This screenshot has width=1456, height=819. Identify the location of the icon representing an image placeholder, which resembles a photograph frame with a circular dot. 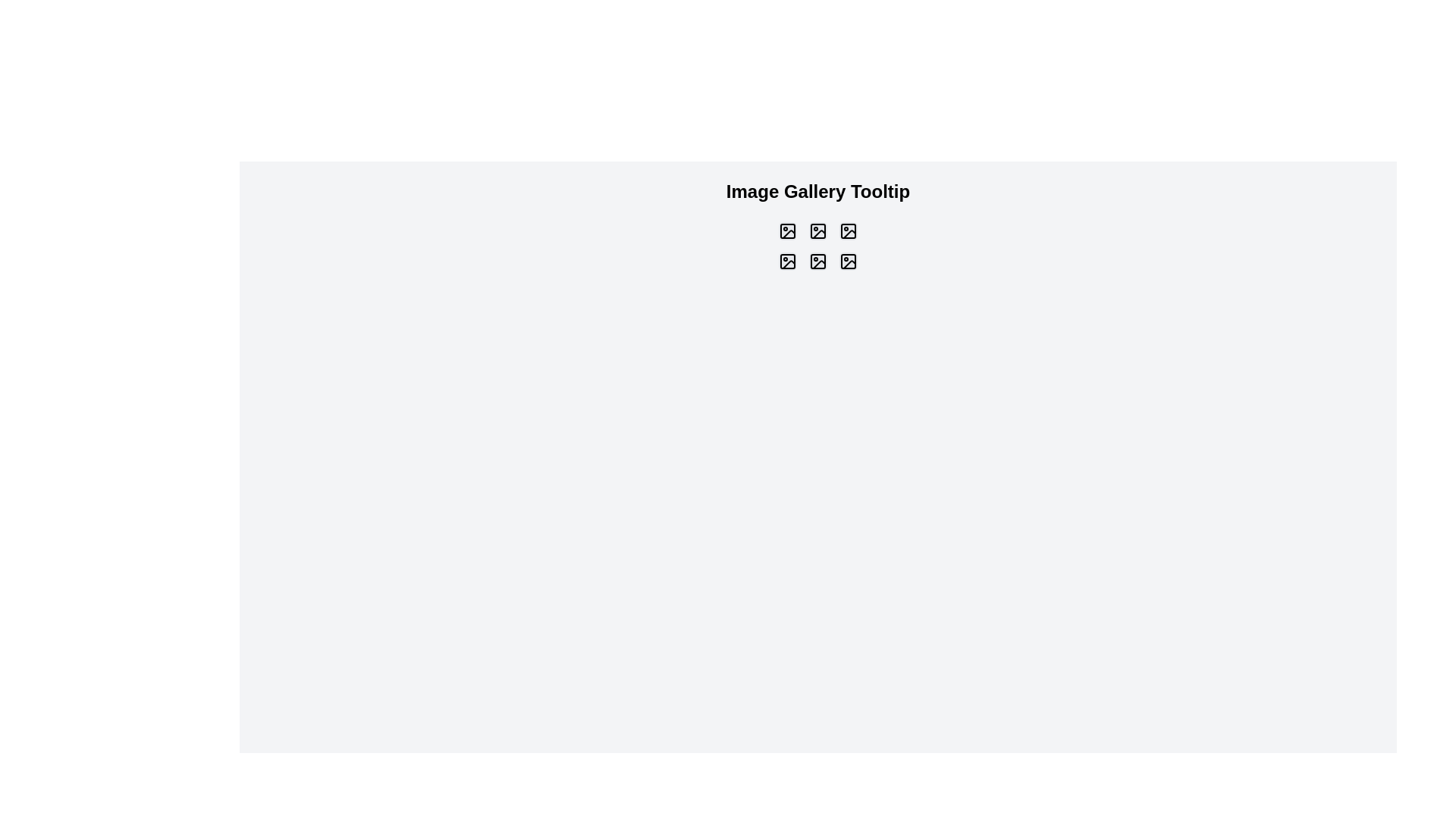
(817, 231).